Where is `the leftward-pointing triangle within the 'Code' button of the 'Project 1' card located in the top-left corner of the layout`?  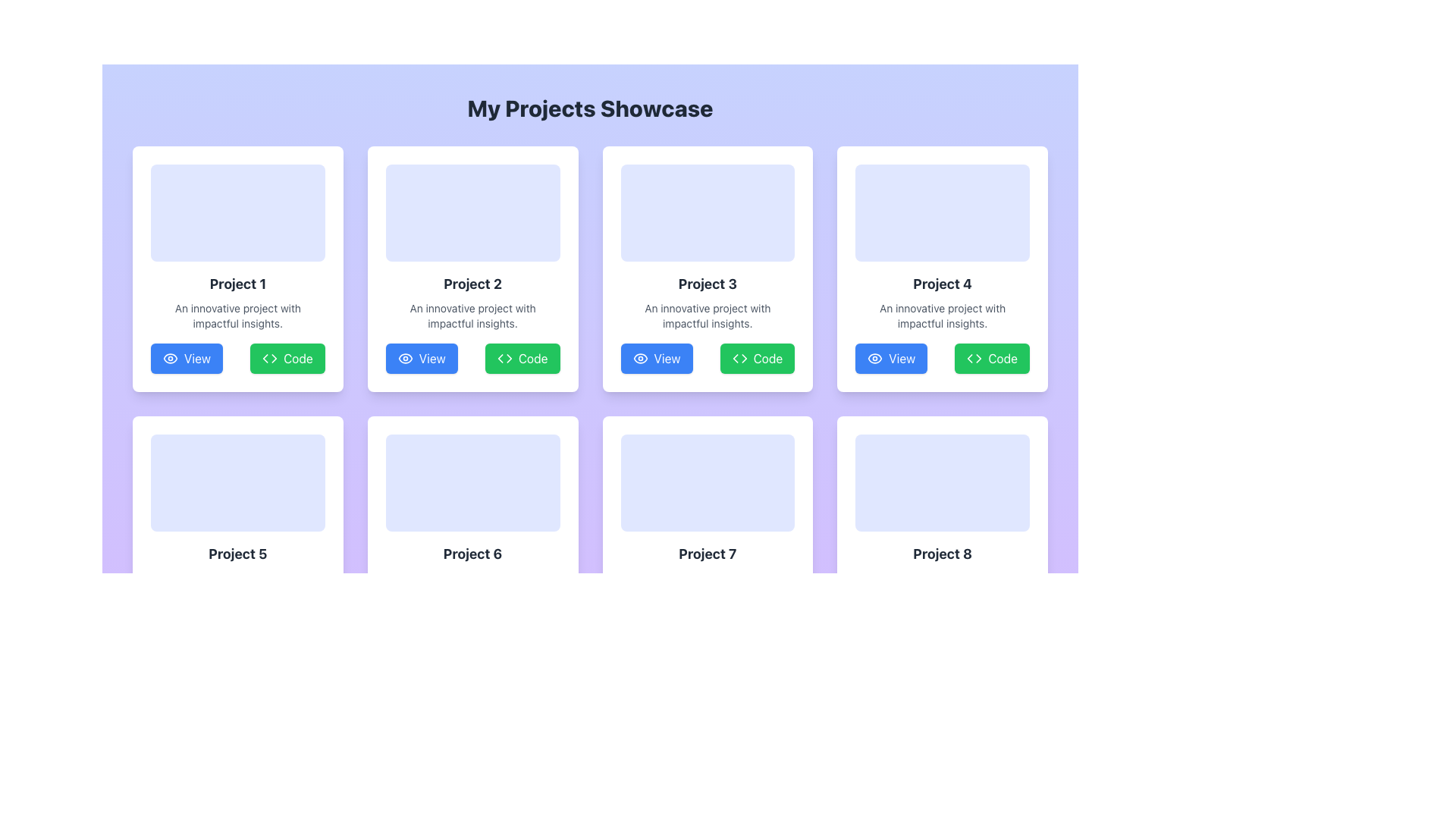 the leftward-pointing triangle within the 'Code' button of the 'Project 1' card located in the top-left corner of the layout is located at coordinates (265, 359).